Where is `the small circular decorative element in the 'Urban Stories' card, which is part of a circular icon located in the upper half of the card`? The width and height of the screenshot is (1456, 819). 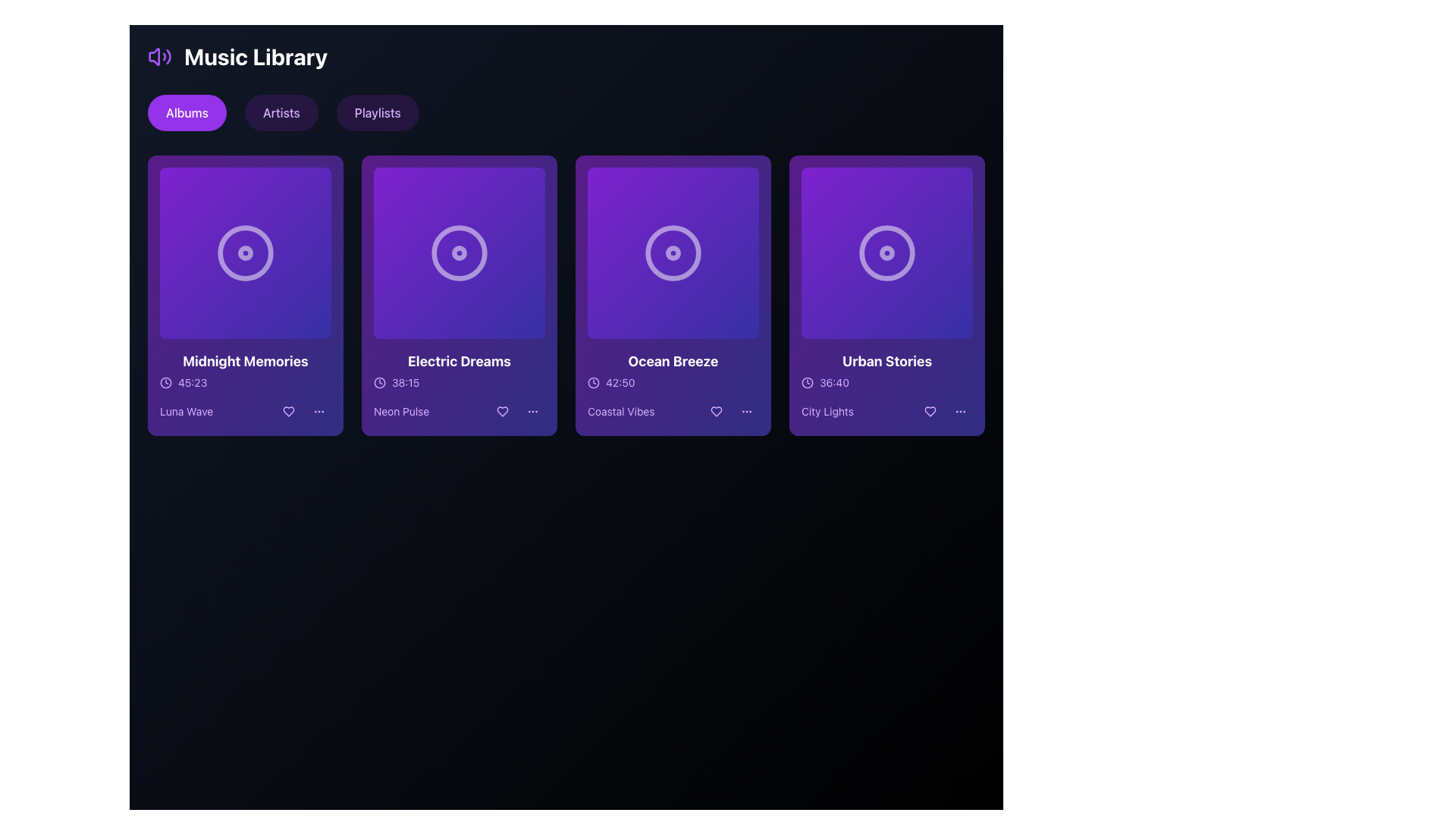 the small circular decorative element in the 'Urban Stories' card, which is part of a circular icon located in the upper half of the card is located at coordinates (887, 253).